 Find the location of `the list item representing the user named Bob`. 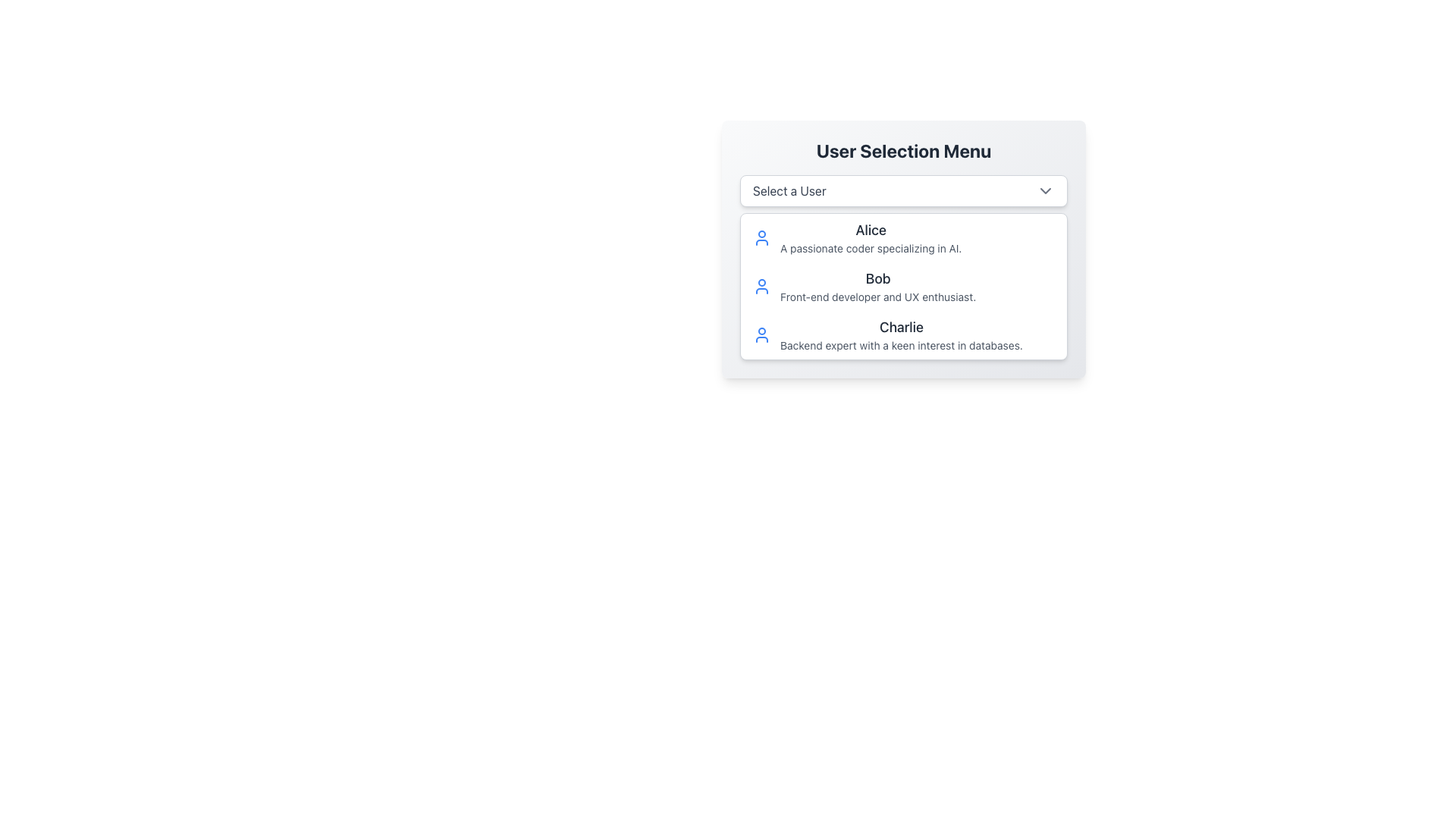

the list item representing the user named Bob is located at coordinates (903, 287).